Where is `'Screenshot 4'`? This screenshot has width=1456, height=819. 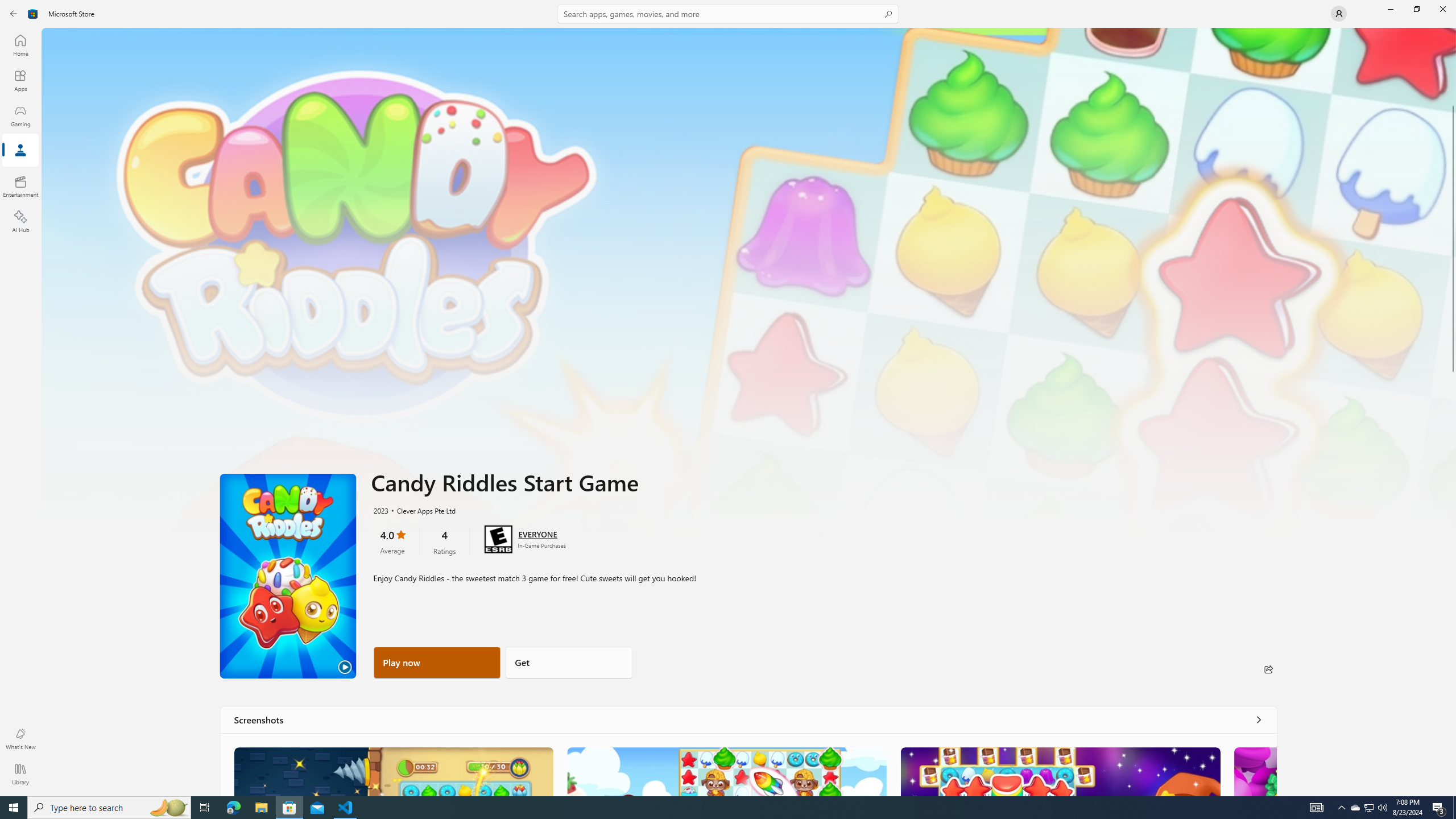 'Screenshot 4' is located at coordinates (1254, 771).